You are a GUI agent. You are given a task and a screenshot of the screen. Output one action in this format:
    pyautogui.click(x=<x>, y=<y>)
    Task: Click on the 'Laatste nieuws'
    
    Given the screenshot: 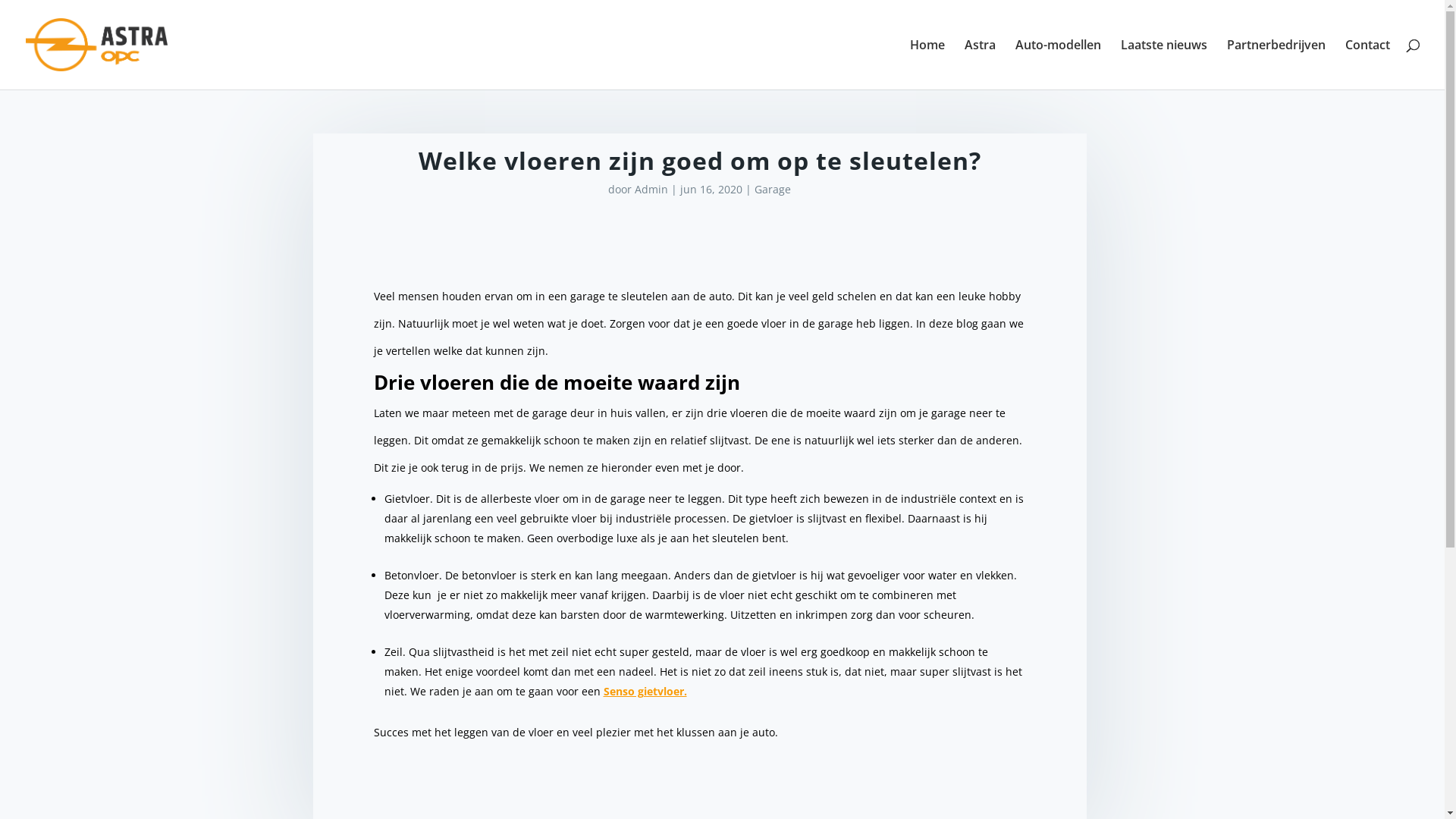 What is the action you would take?
    pyautogui.click(x=1163, y=63)
    